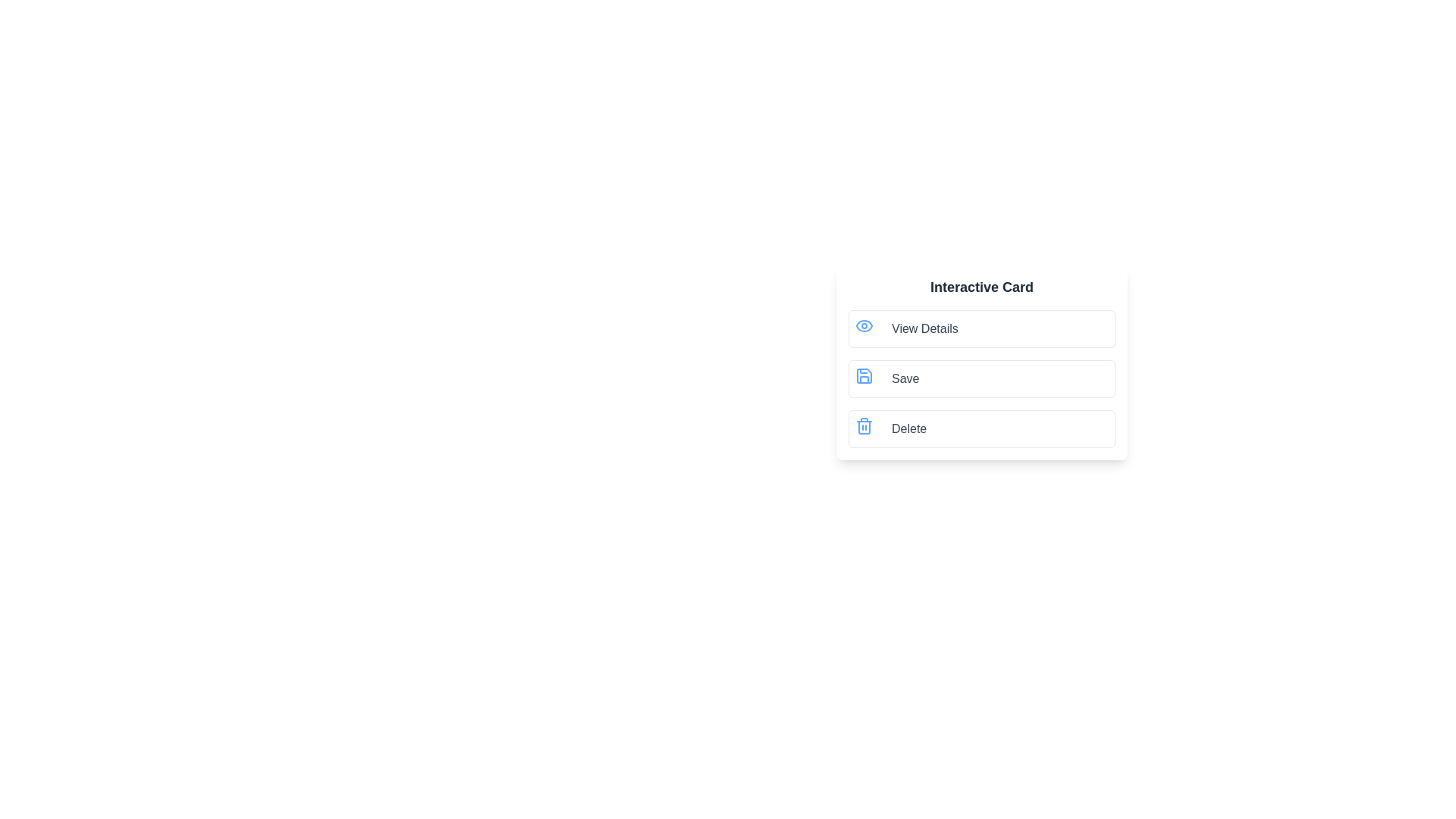 The image size is (1456, 819). Describe the element at coordinates (864, 426) in the screenshot. I see `the trash can icon with a blue outline, which is the third icon in a vertical list` at that location.